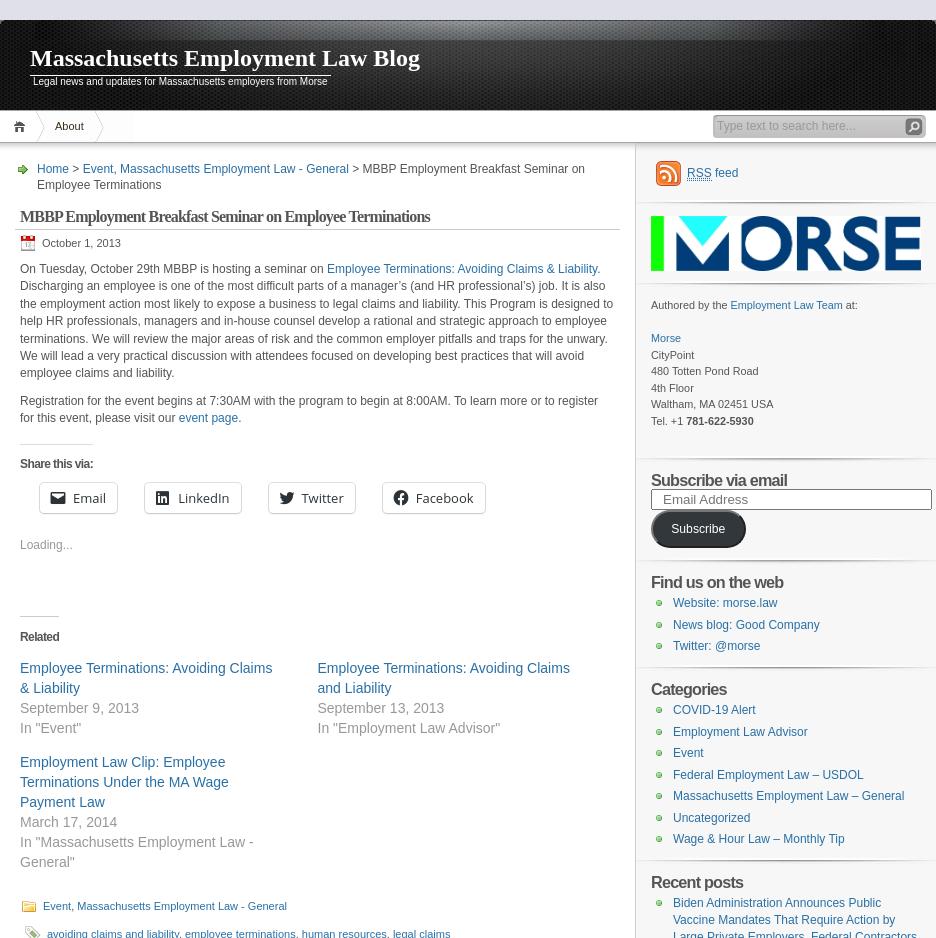 The height and width of the screenshot is (938, 936). What do you see at coordinates (88, 497) in the screenshot?
I see `'Email'` at bounding box center [88, 497].